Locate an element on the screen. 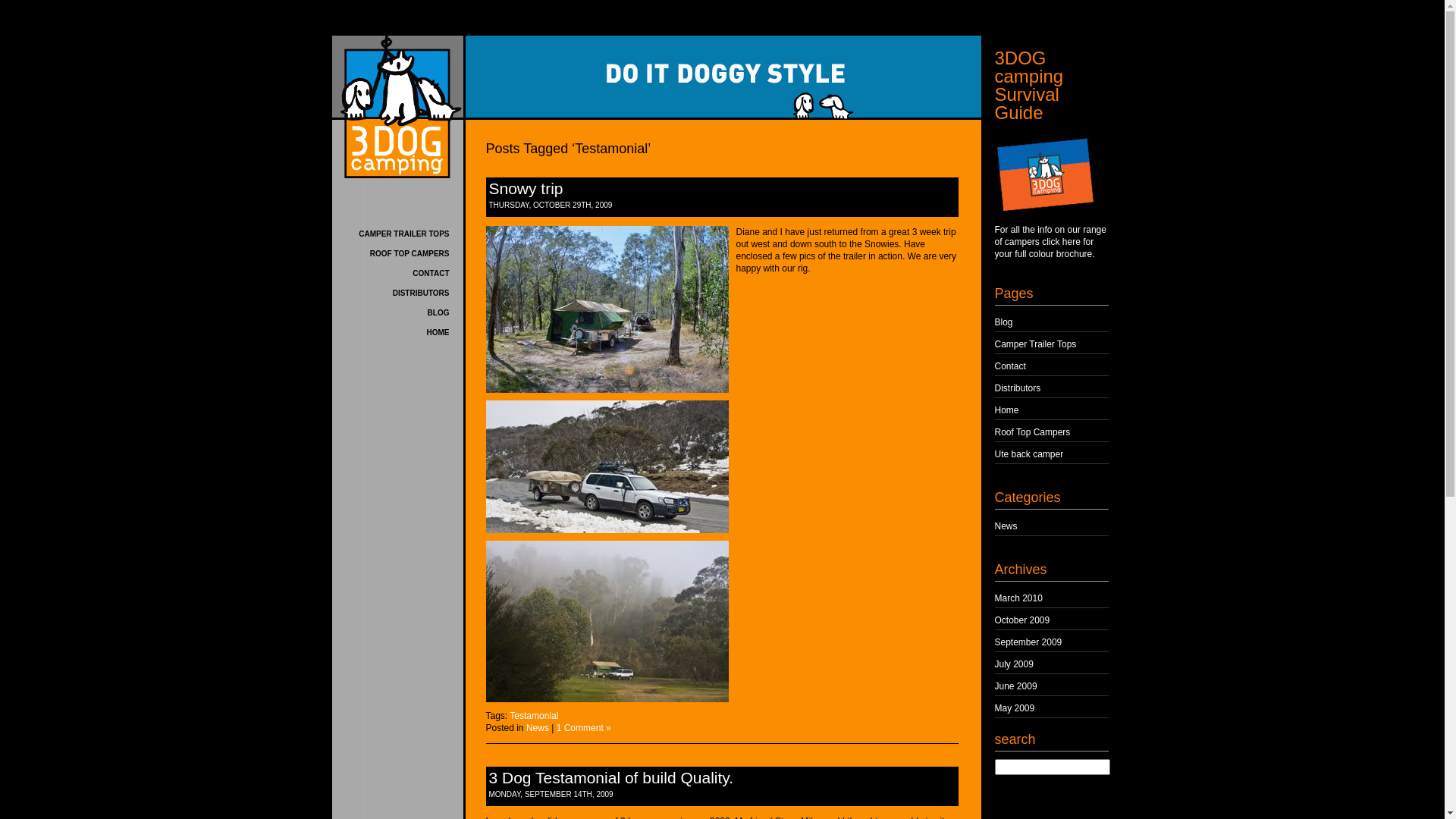 This screenshot has width=1456, height=819. 'CAMPER TRAILER TOPS' is located at coordinates (403, 234).